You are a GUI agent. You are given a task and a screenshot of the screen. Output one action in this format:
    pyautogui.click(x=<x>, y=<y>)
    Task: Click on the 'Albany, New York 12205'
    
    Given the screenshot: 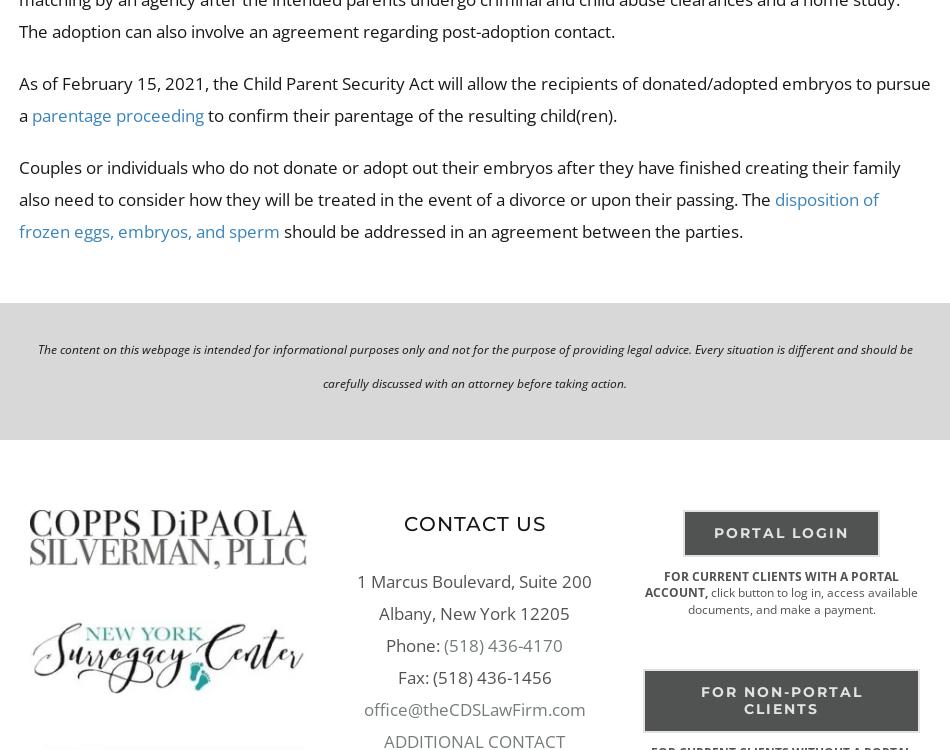 What is the action you would take?
    pyautogui.click(x=473, y=611)
    